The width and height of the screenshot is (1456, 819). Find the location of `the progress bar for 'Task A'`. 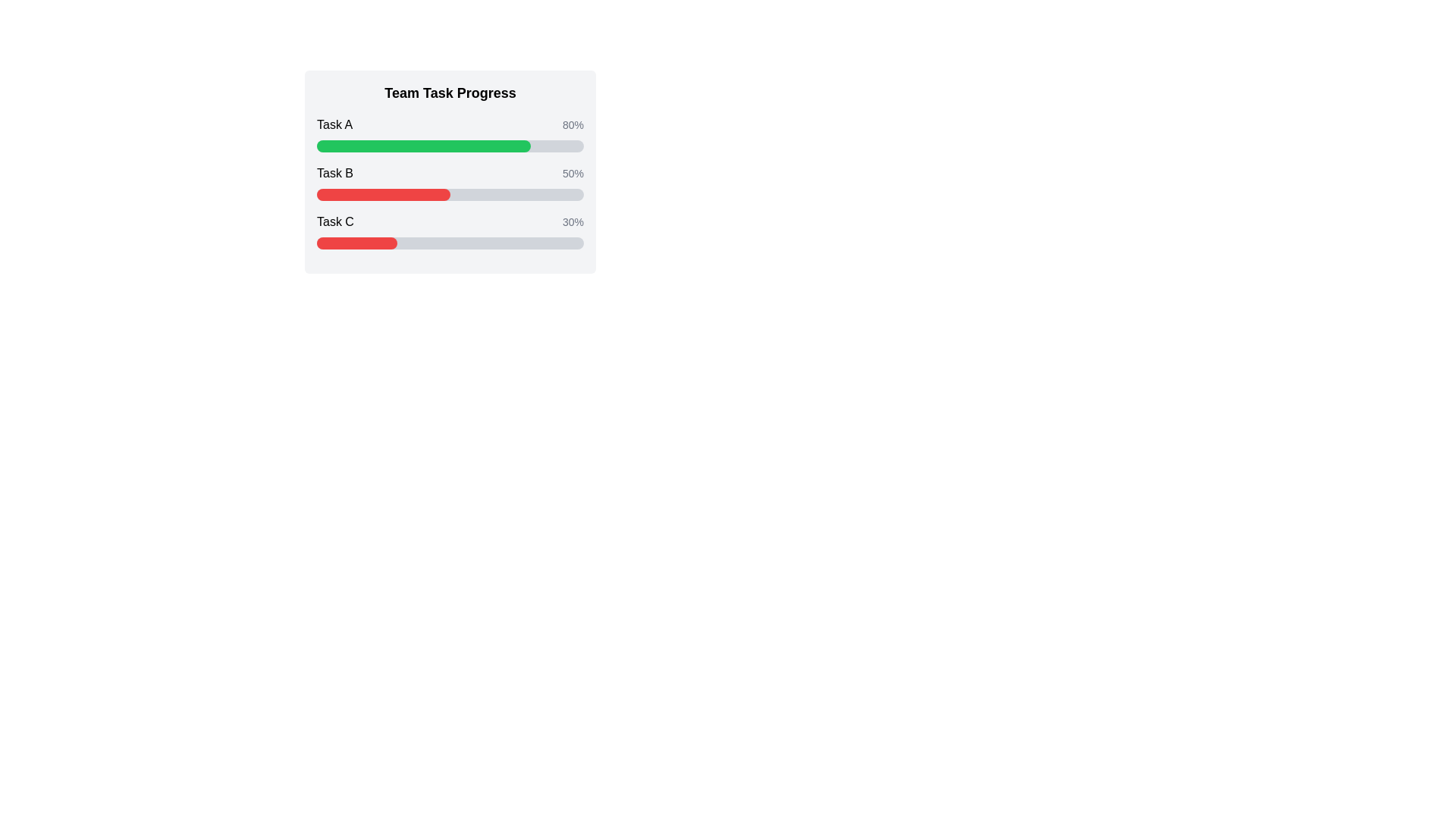

the progress bar for 'Task A' is located at coordinates (450, 146).